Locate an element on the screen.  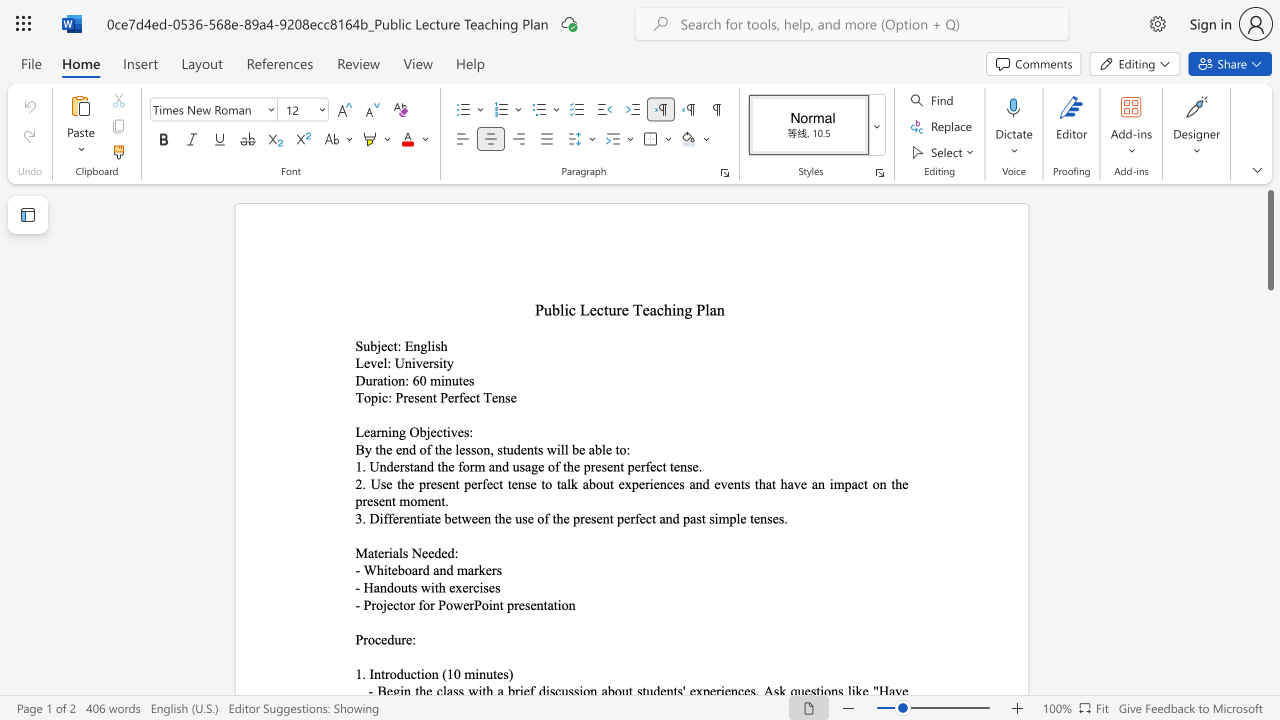
the subset text "0 m" within the text "Duration: 60 minutes" is located at coordinates (418, 380).